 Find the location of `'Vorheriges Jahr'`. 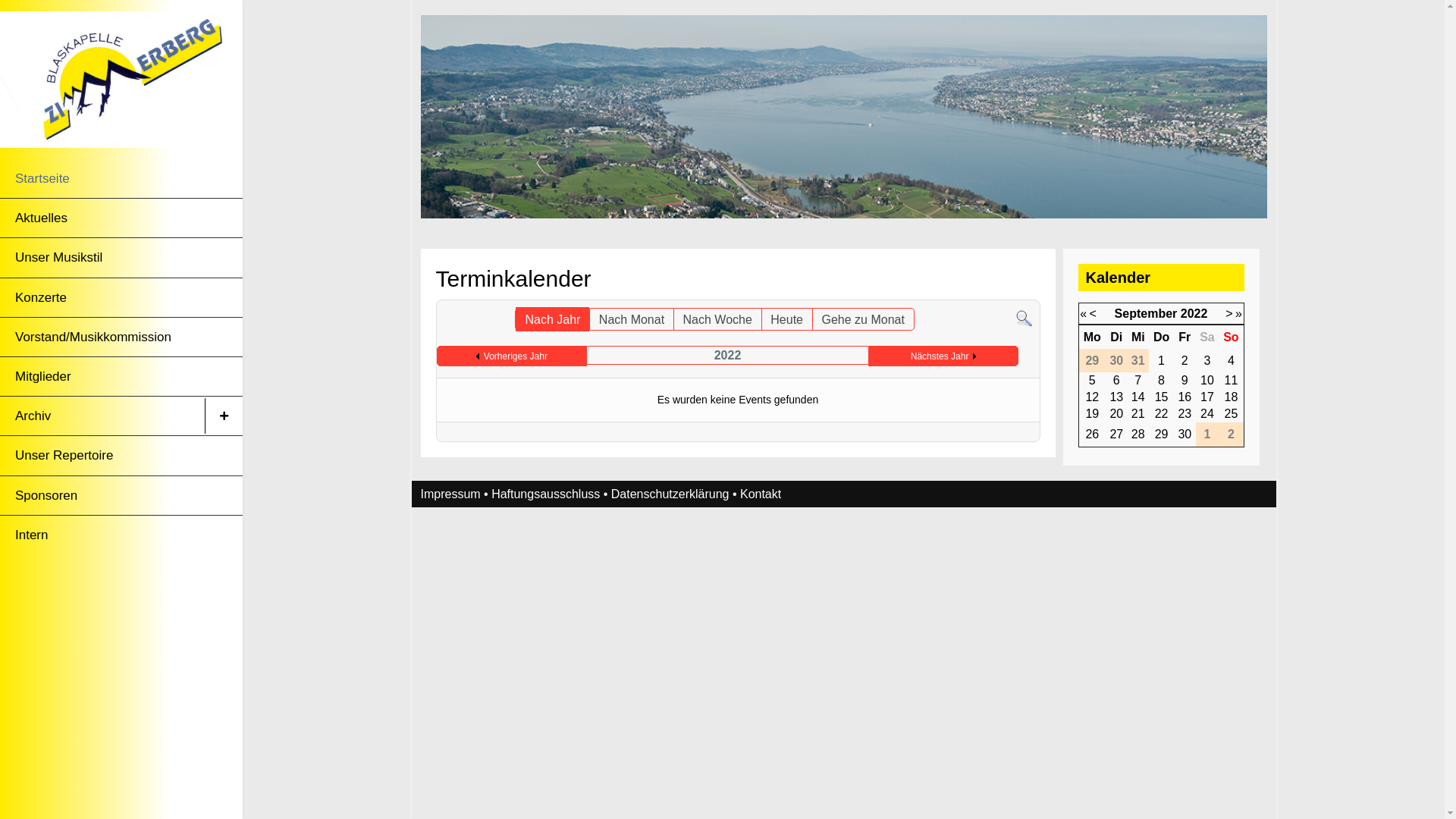

'Vorheriges Jahr' is located at coordinates (512, 356).